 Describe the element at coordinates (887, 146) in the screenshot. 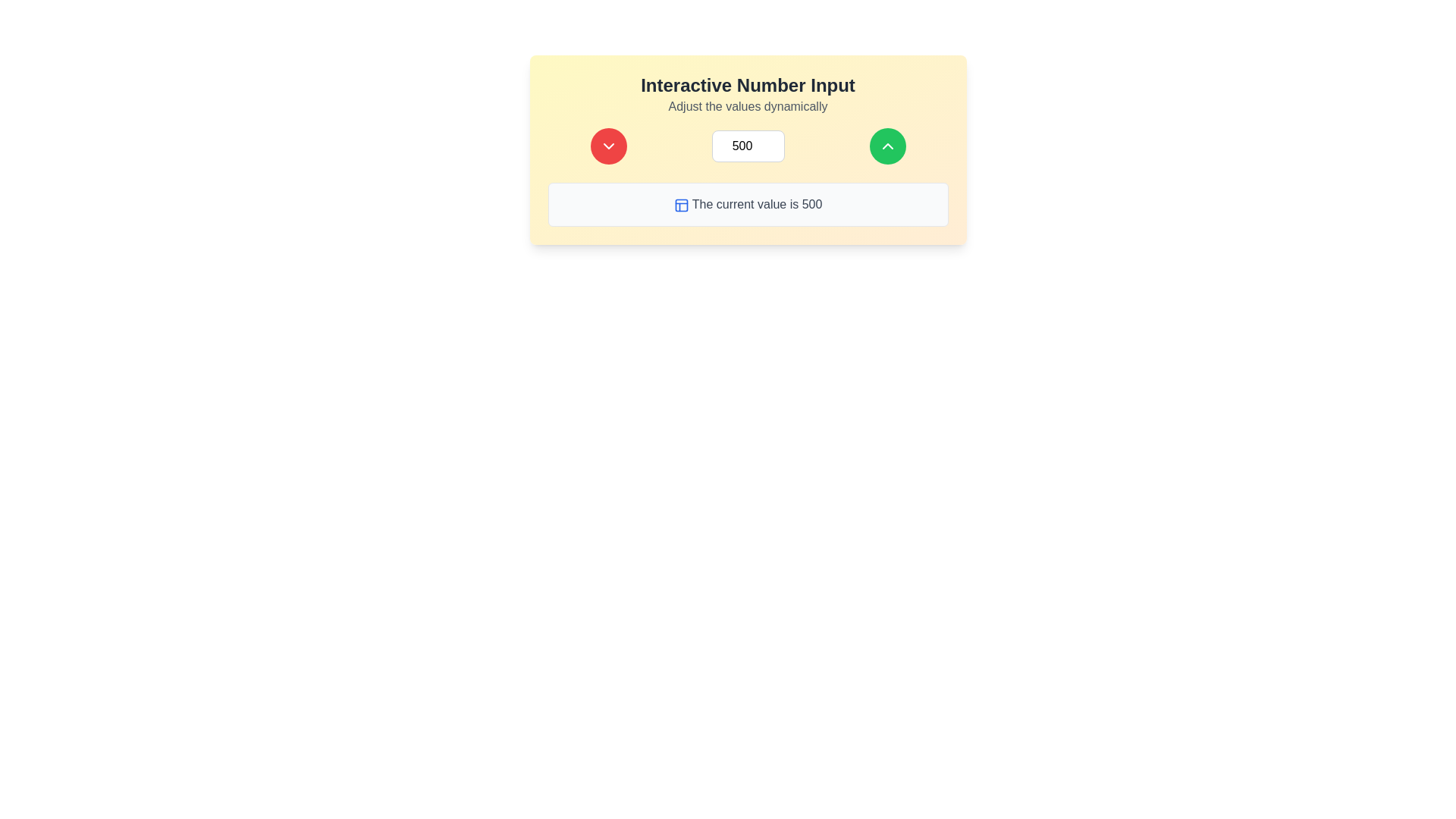

I see `the upward-pointing chevron icon button with a green circular background` at that location.